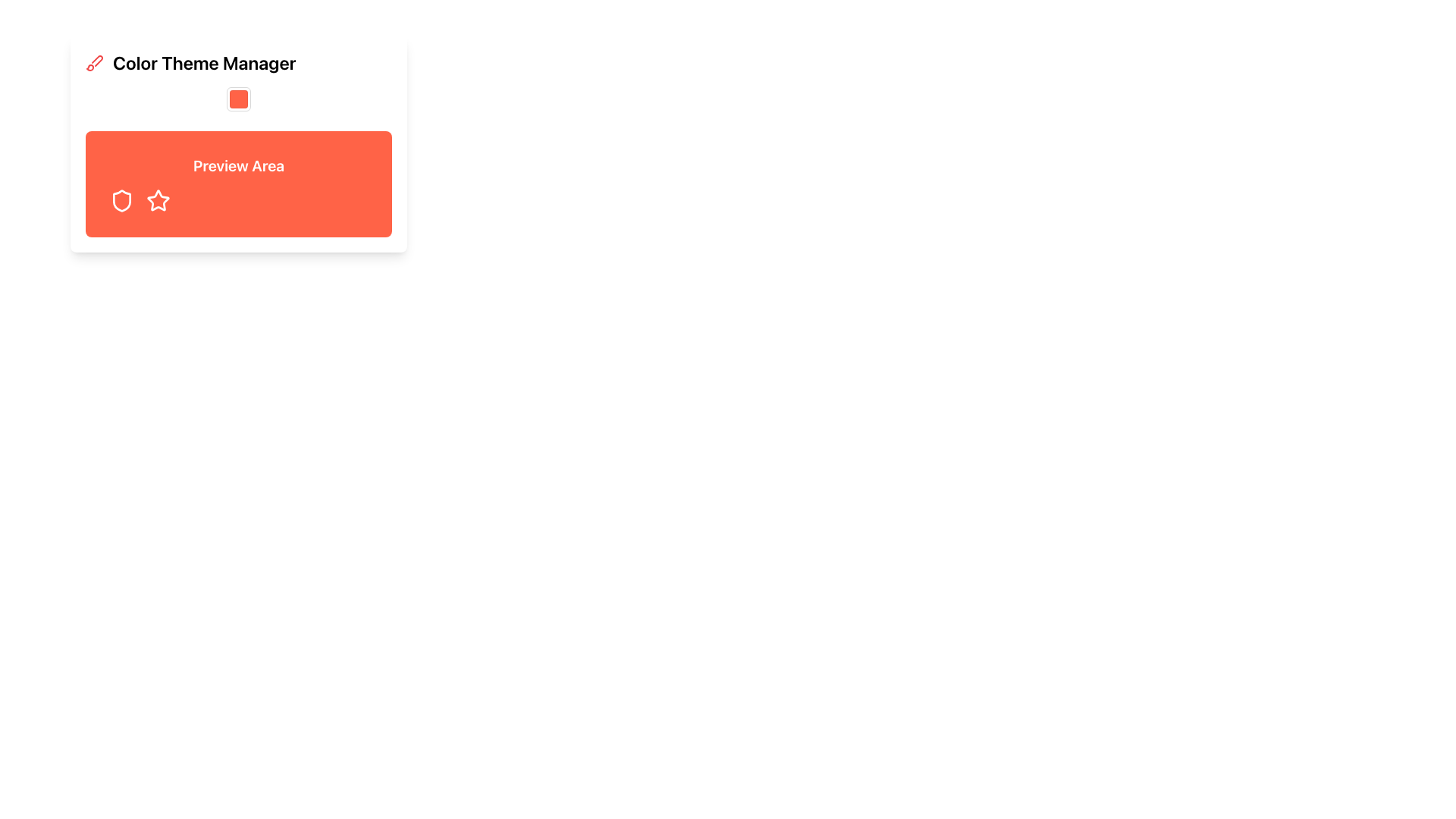 The height and width of the screenshot is (819, 1456). What do you see at coordinates (203, 62) in the screenshot?
I see `the 'Color Theme Manager' text label, which is a bold, larger-sized label positioned prominently towards the top of the interface` at bounding box center [203, 62].